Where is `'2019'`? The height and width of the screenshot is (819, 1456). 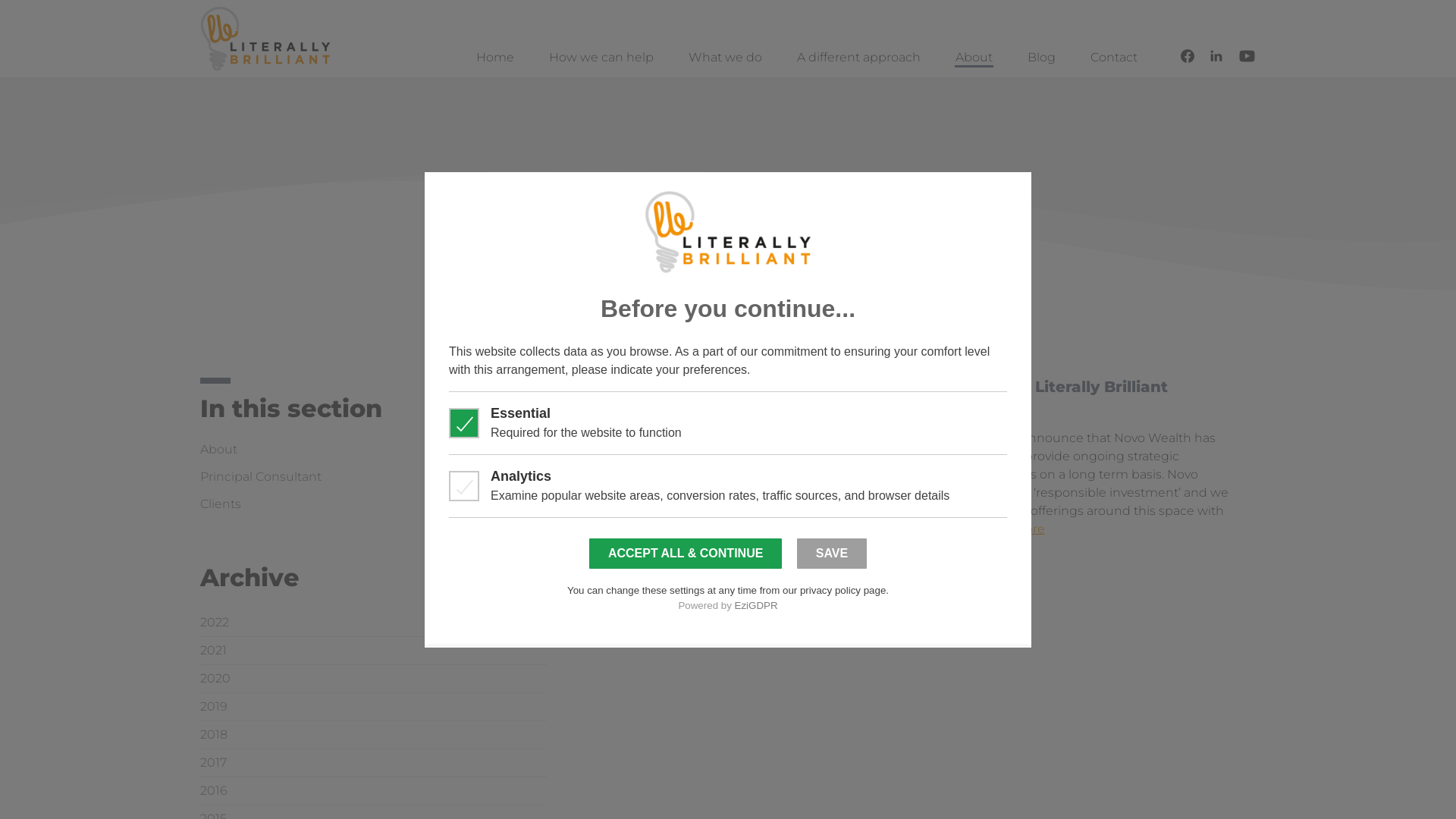 '2019' is located at coordinates (213, 707).